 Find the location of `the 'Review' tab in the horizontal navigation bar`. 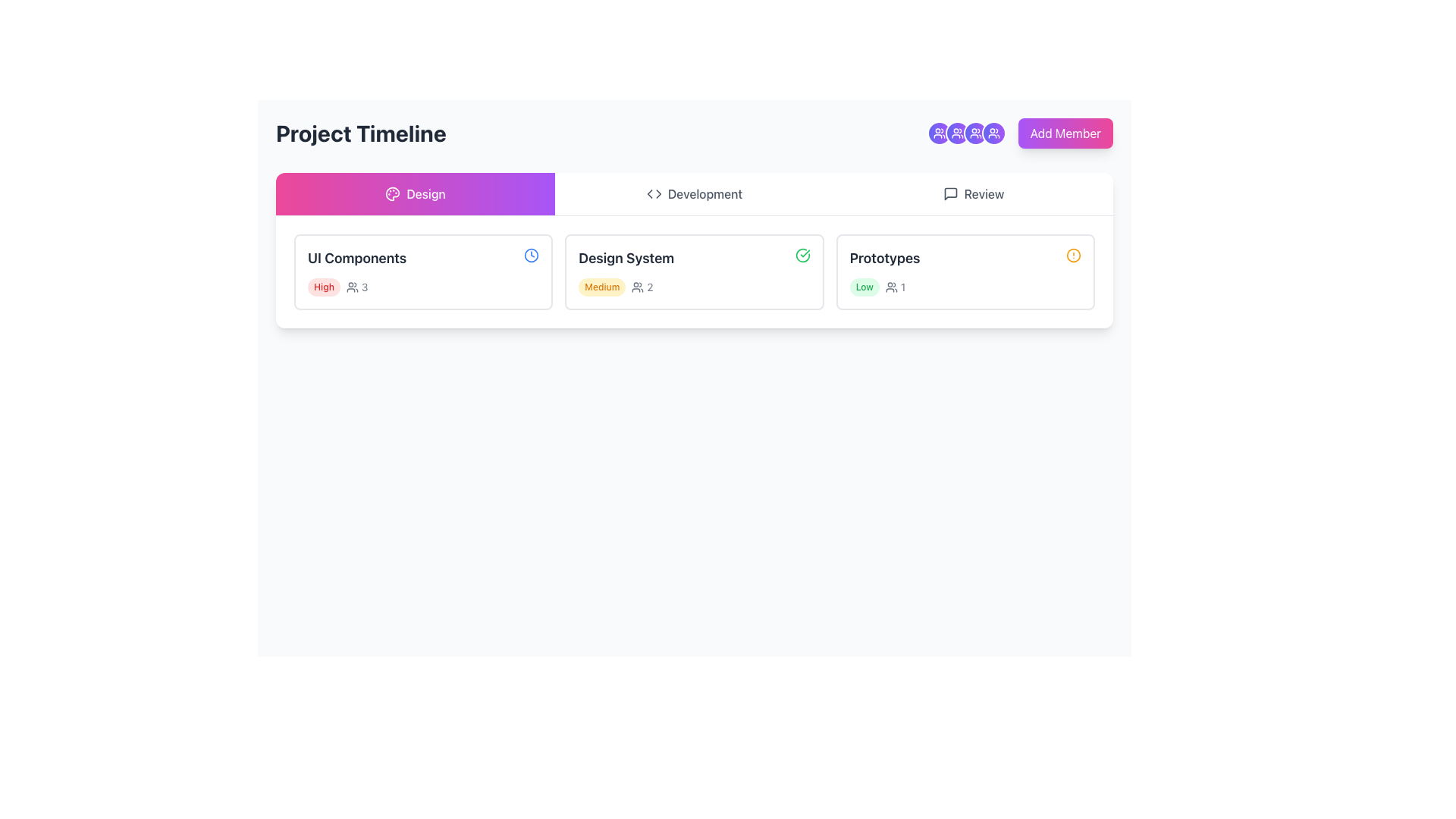

the 'Review' tab in the horizontal navigation bar is located at coordinates (973, 193).